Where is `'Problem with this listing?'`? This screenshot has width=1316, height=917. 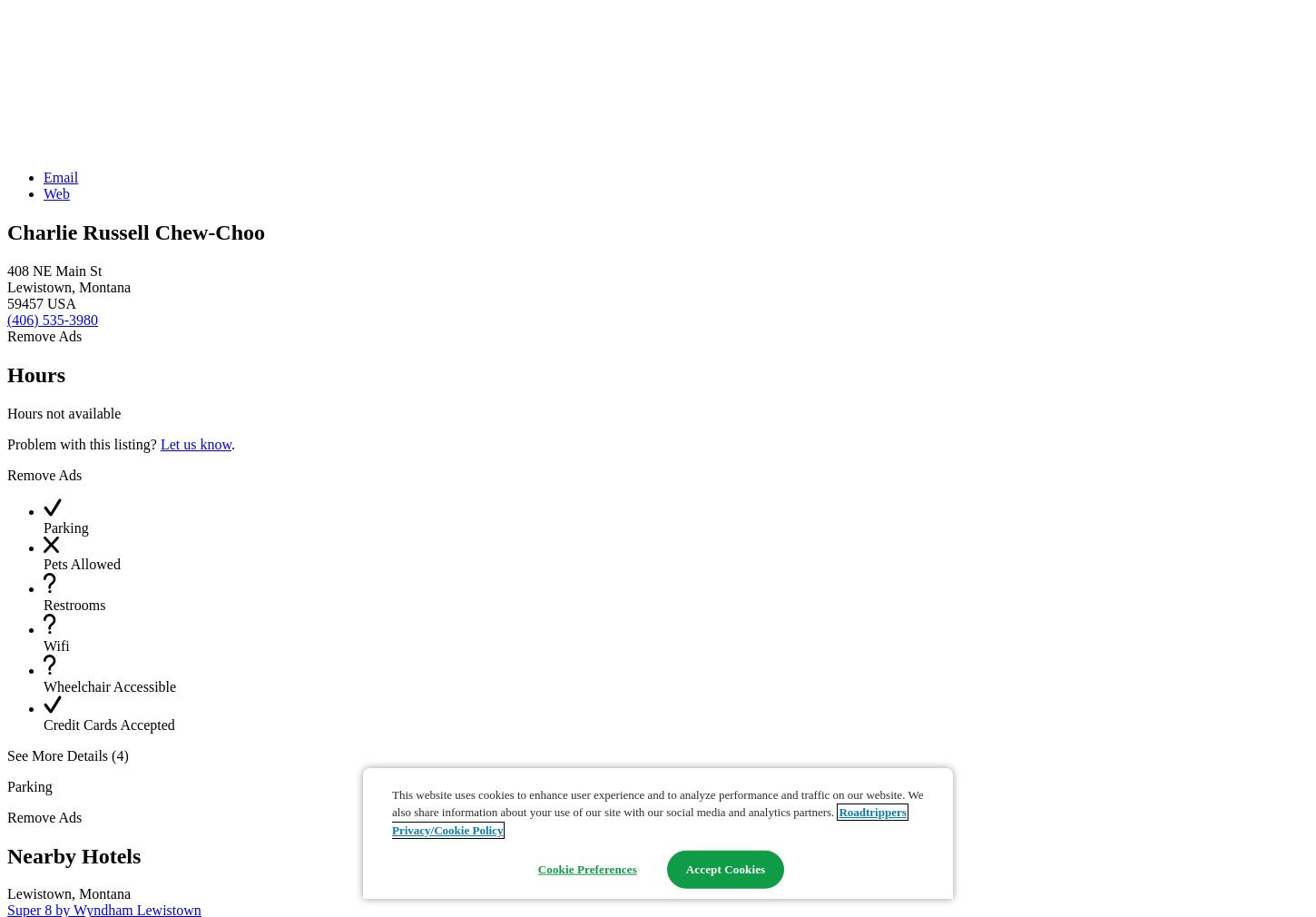 'Problem with this listing?' is located at coordinates (83, 443).